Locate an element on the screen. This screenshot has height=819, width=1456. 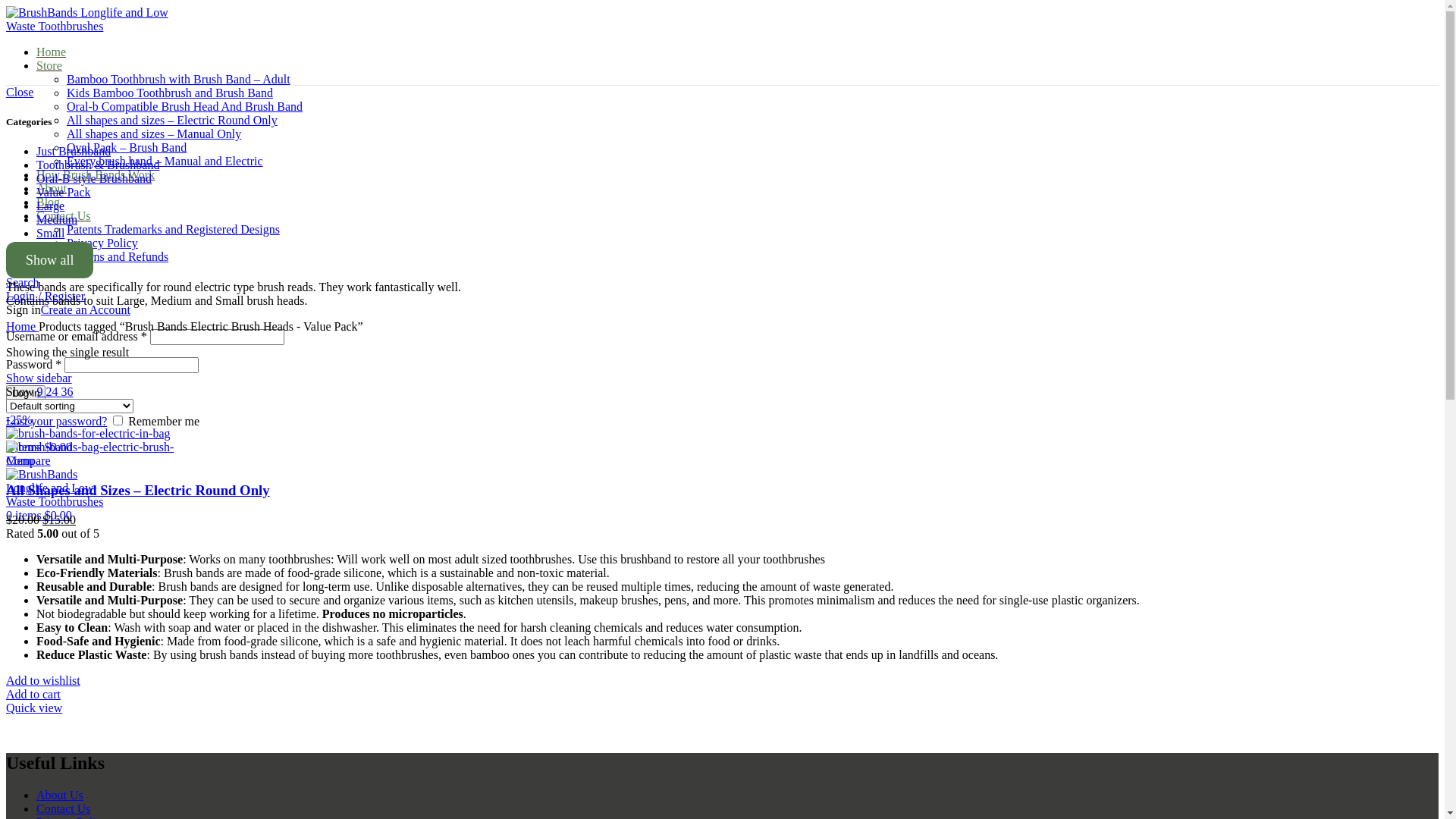
'0 items $0.00' is located at coordinates (39, 446).